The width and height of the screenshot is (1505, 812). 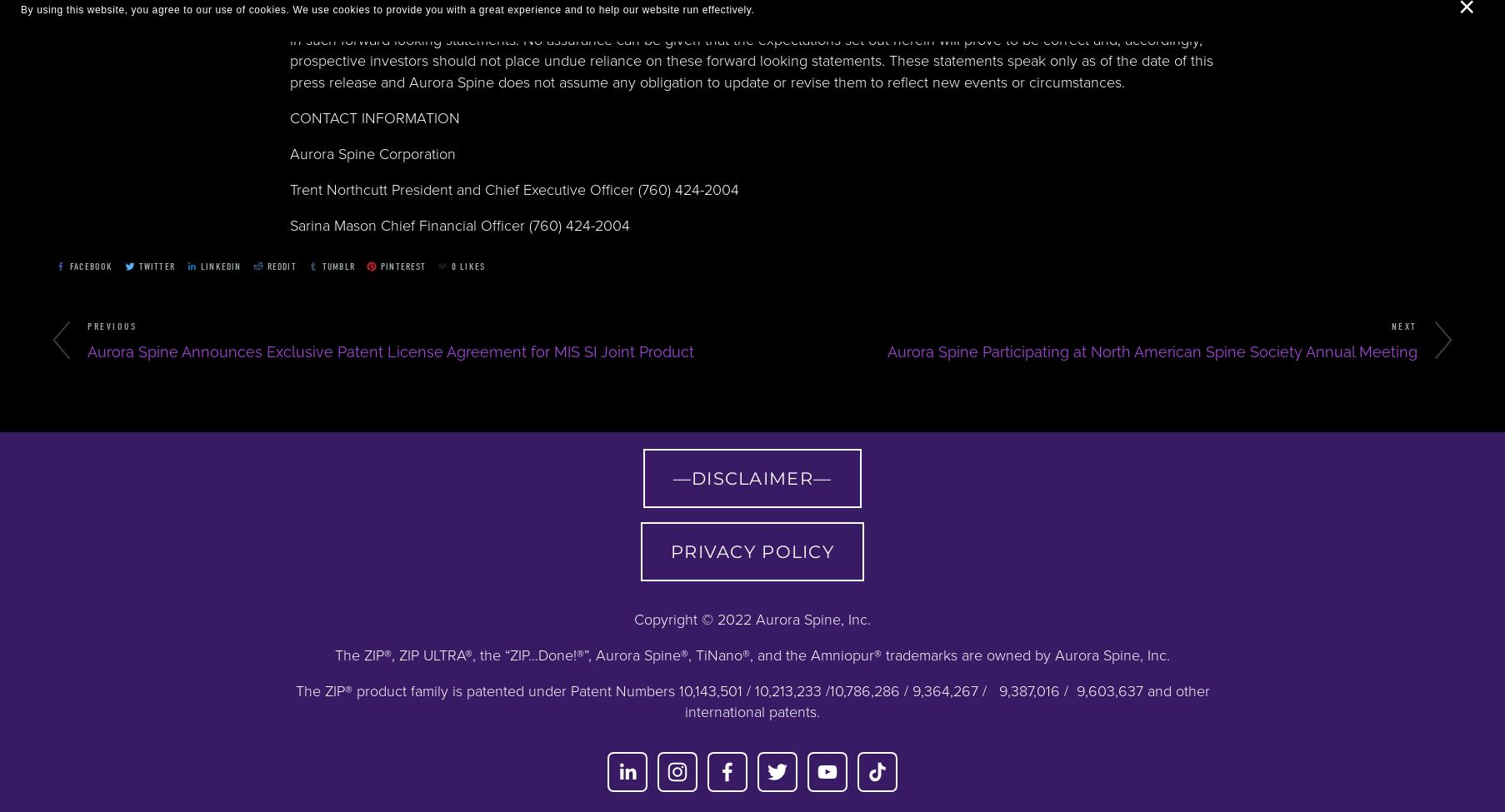 I want to click on 'Facebook', so click(x=91, y=265).